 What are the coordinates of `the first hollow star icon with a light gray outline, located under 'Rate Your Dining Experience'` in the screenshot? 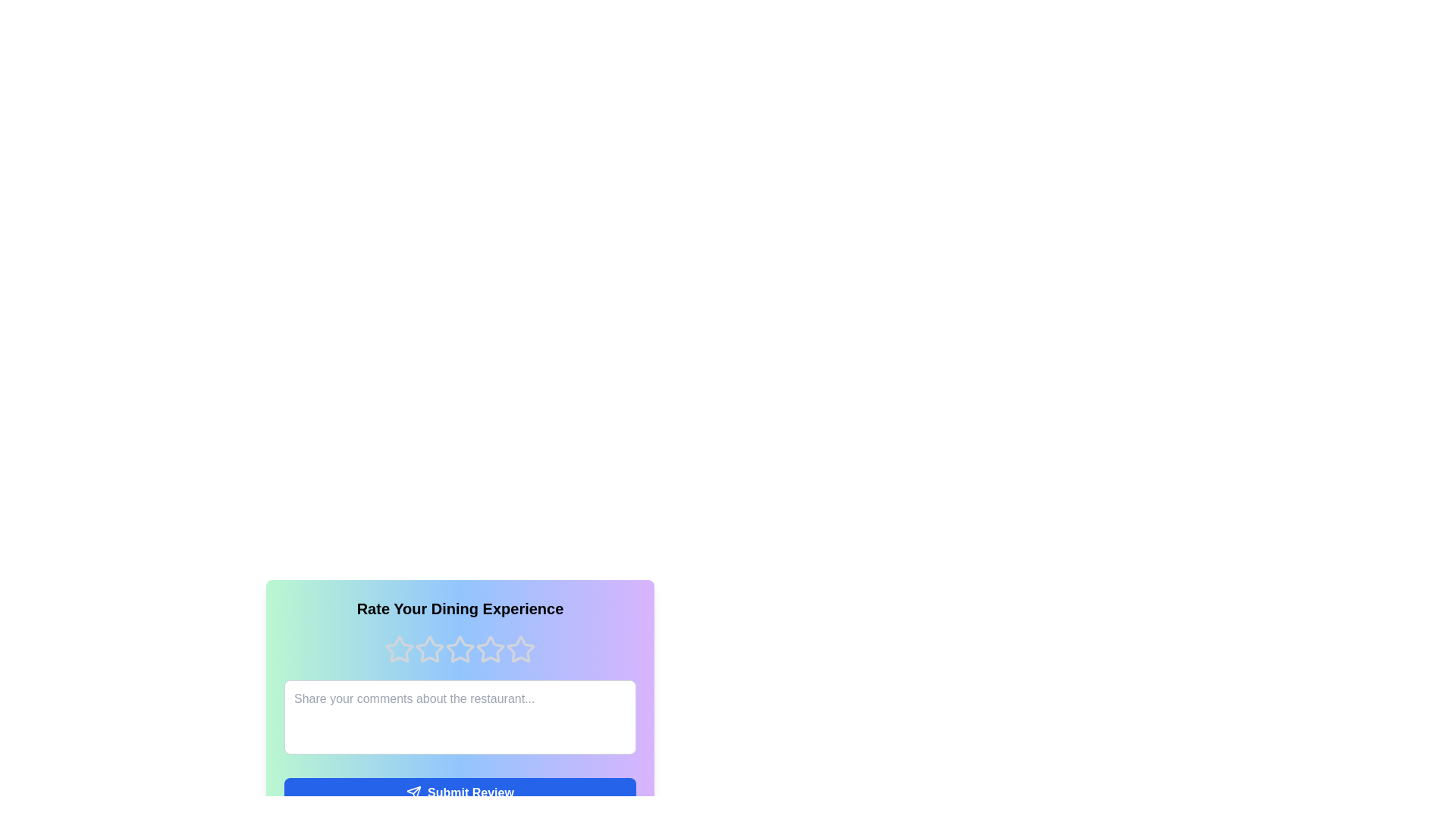 It's located at (400, 648).